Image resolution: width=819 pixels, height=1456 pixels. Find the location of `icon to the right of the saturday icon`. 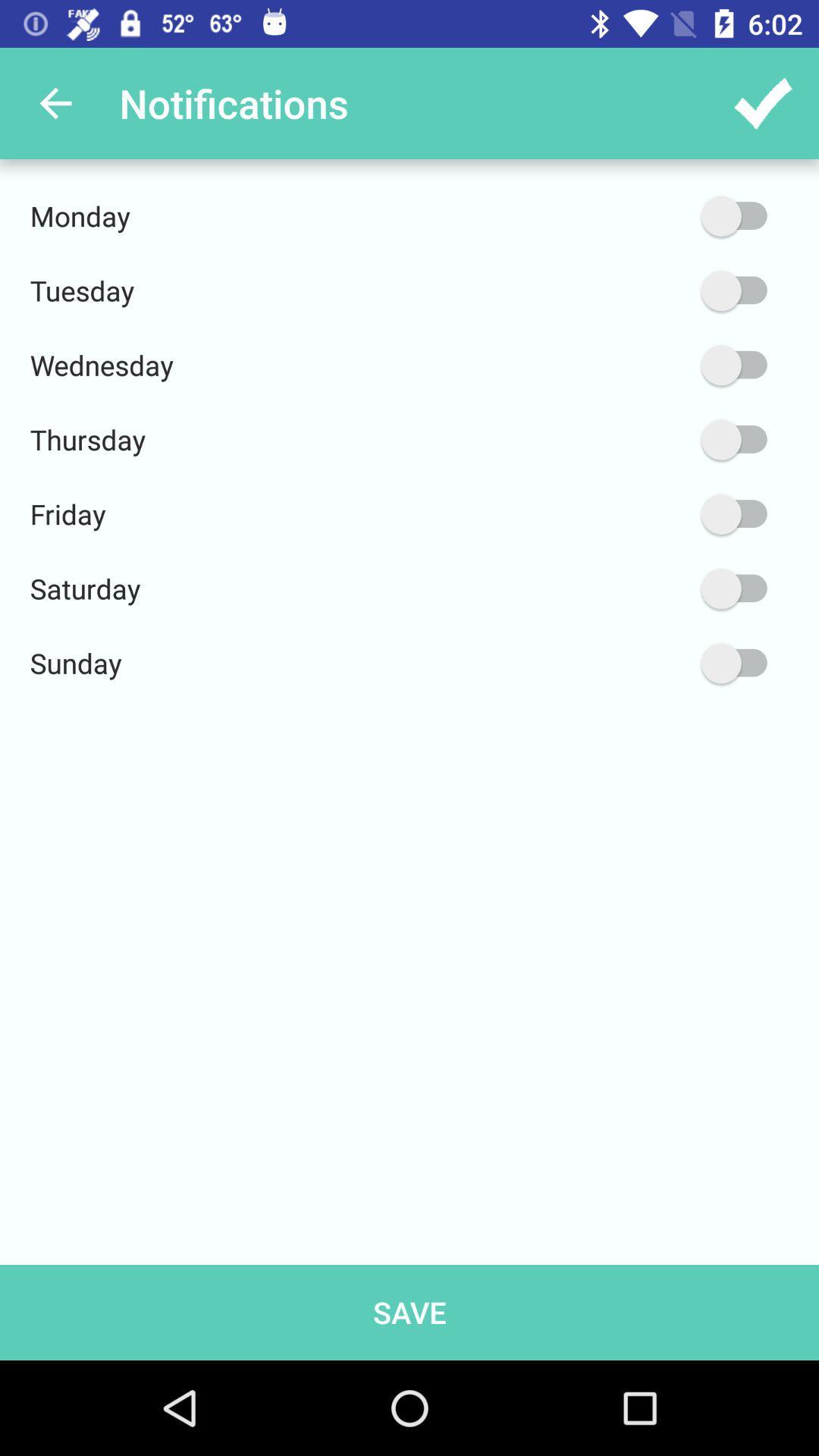

icon to the right of the saturday icon is located at coordinates (661, 588).